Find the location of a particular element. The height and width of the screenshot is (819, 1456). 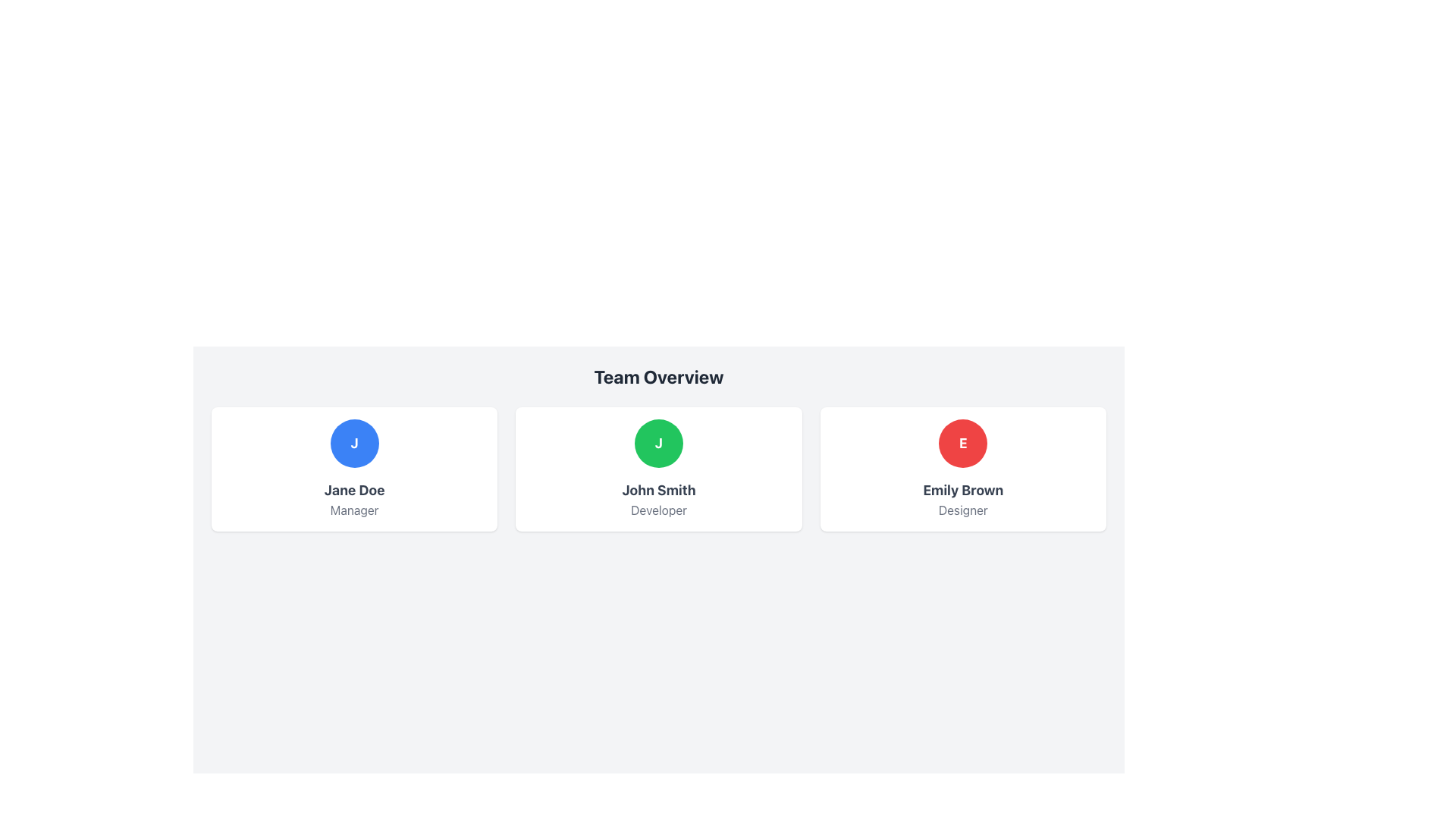

the text label displaying 'John Smith', which is styled in bold and gray, located beneath the circular green profile icon is located at coordinates (658, 491).